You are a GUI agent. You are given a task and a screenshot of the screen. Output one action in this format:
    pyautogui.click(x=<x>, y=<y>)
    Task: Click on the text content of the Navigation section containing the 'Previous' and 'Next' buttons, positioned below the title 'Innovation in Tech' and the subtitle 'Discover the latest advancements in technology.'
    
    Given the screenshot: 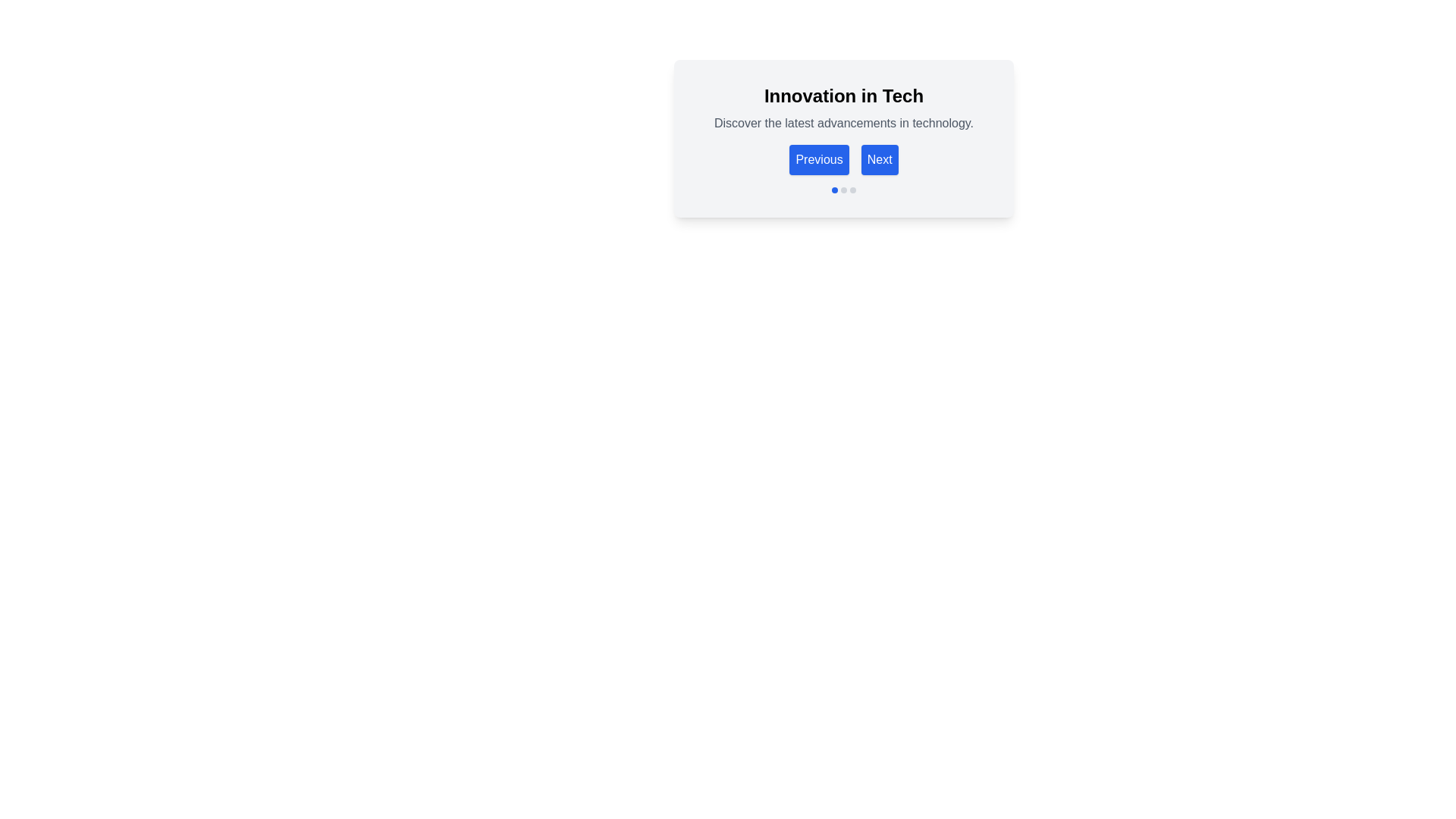 What is the action you would take?
    pyautogui.click(x=843, y=128)
    